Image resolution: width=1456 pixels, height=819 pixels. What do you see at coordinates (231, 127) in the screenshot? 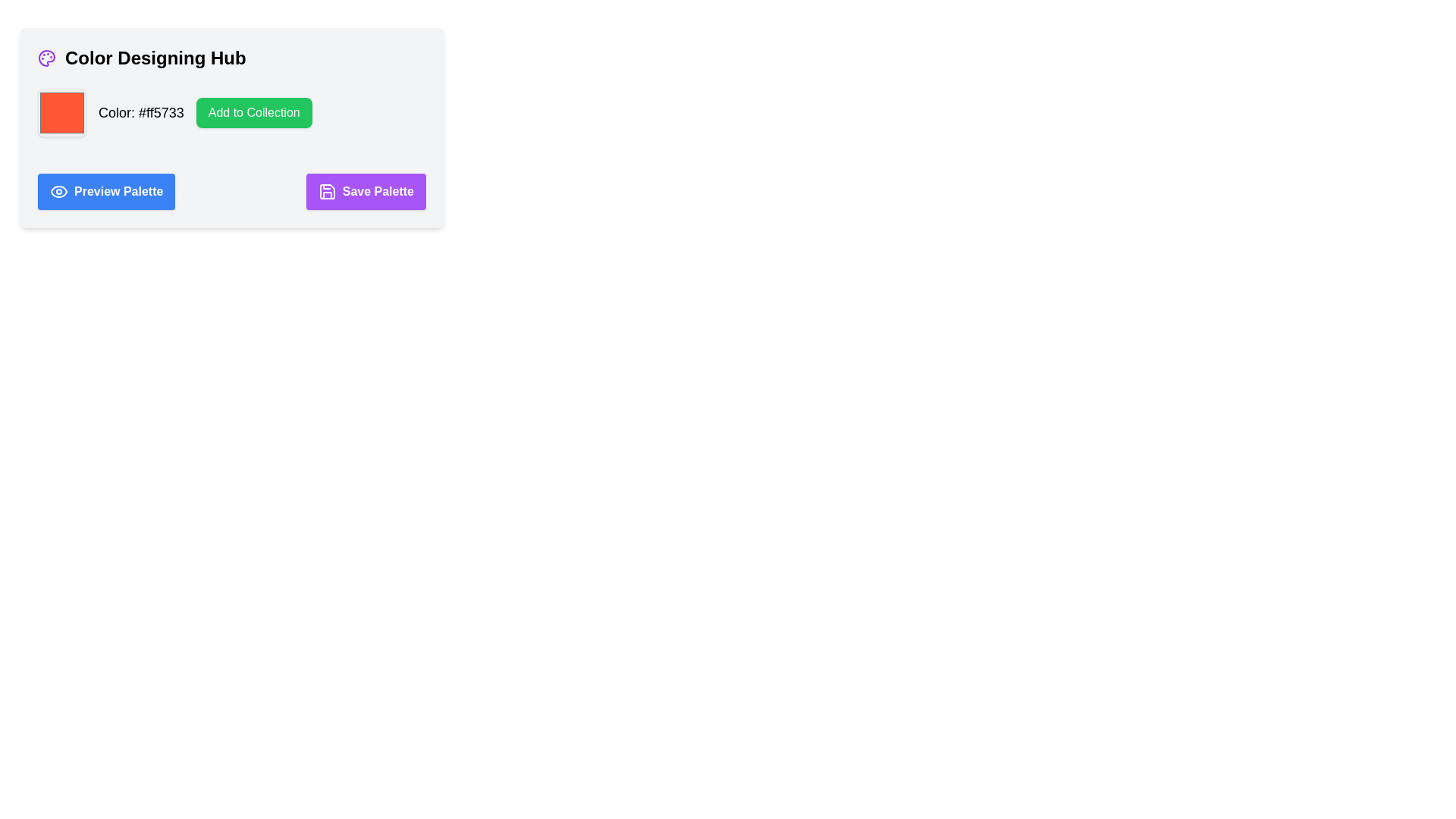
I see `the green 'Add to Collection' button located in the 'Color Designing Hub' panel` at bounding box center [231, 127].